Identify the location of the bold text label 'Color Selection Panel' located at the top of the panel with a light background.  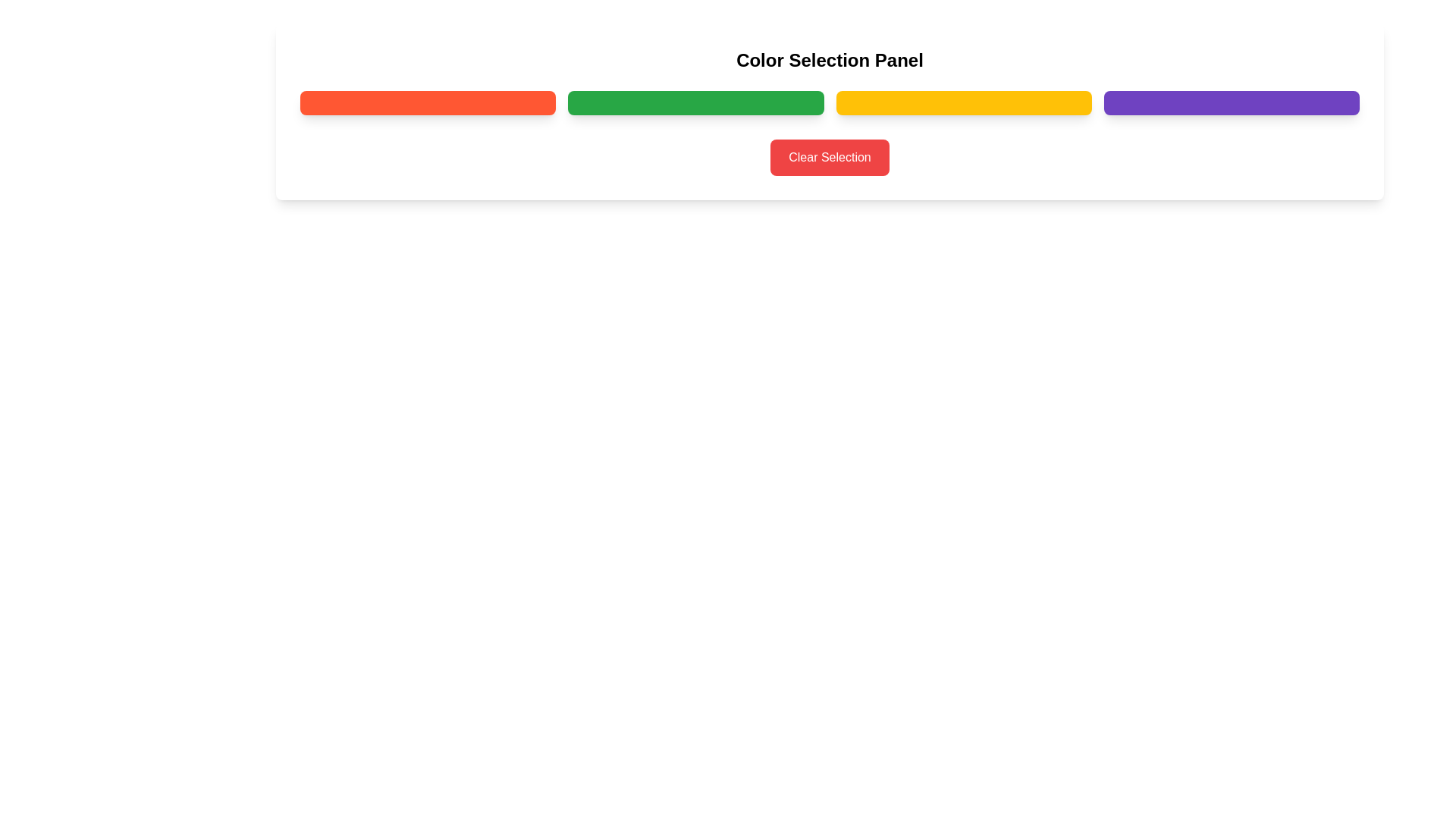
(829, 60).